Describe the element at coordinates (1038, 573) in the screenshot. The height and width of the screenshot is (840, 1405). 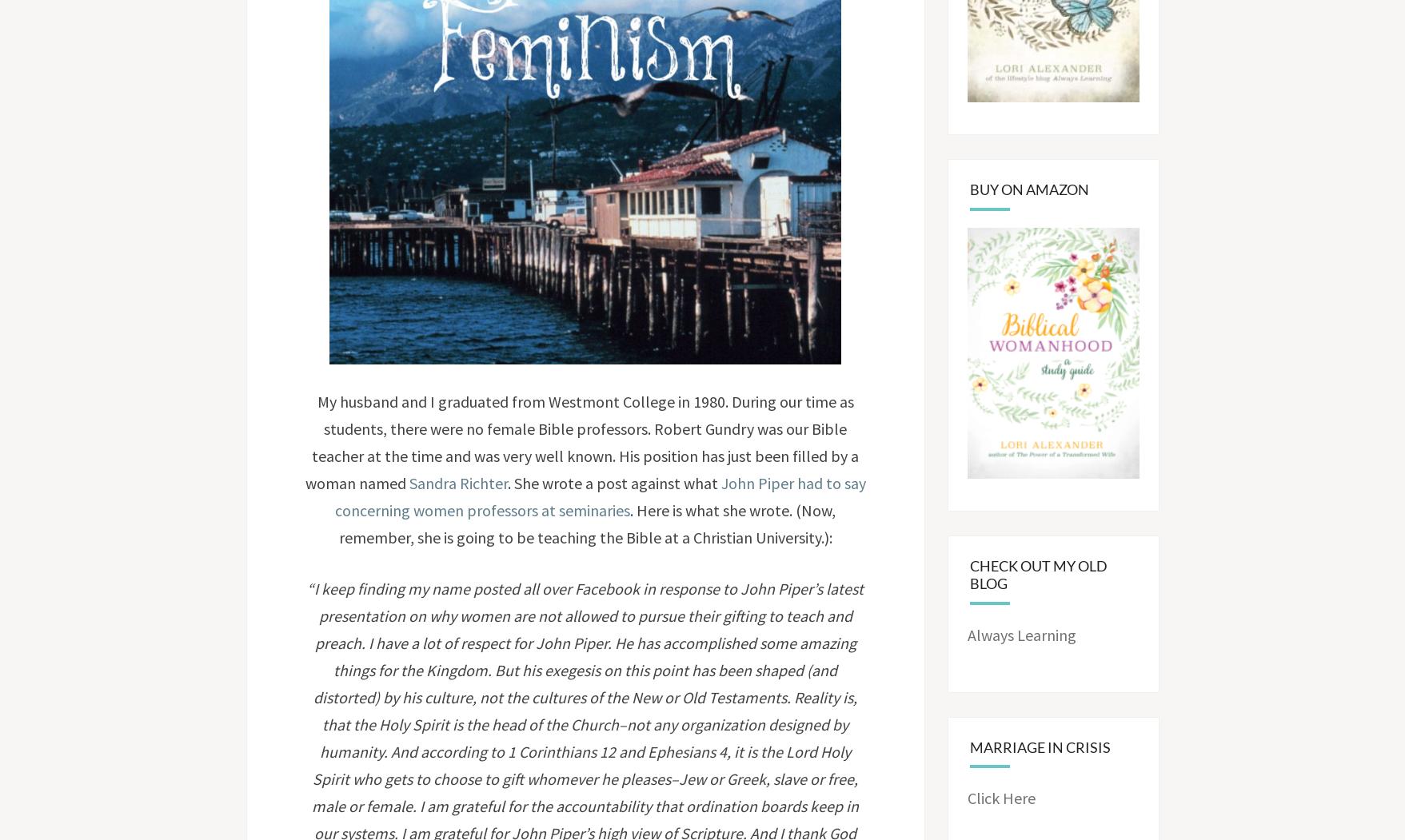
I see `'Check out my old blog'` at that location.